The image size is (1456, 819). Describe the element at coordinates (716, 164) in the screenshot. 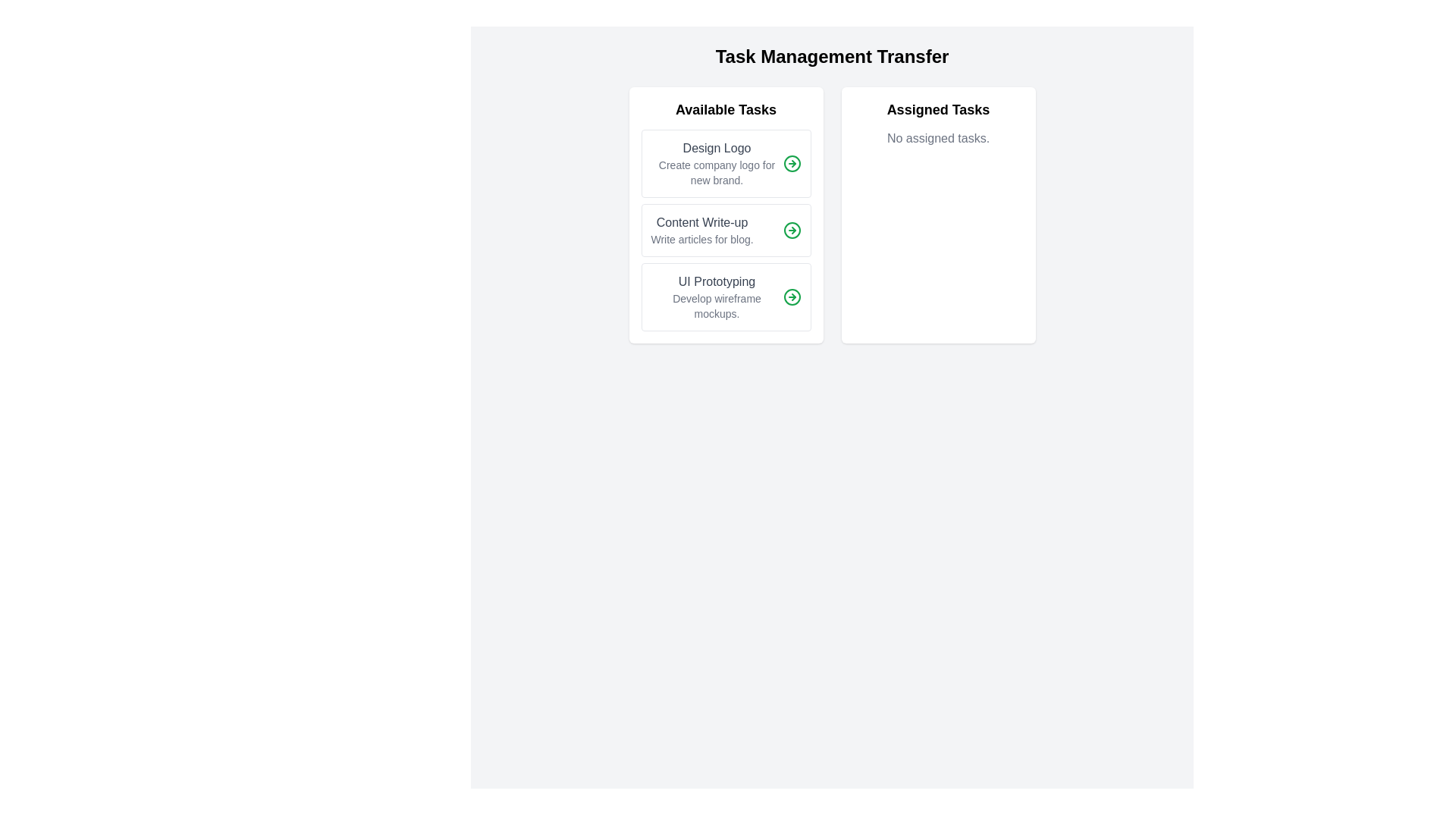

I see `the 'Design Logo' text block in the 'Available Tasks' list` at that location.